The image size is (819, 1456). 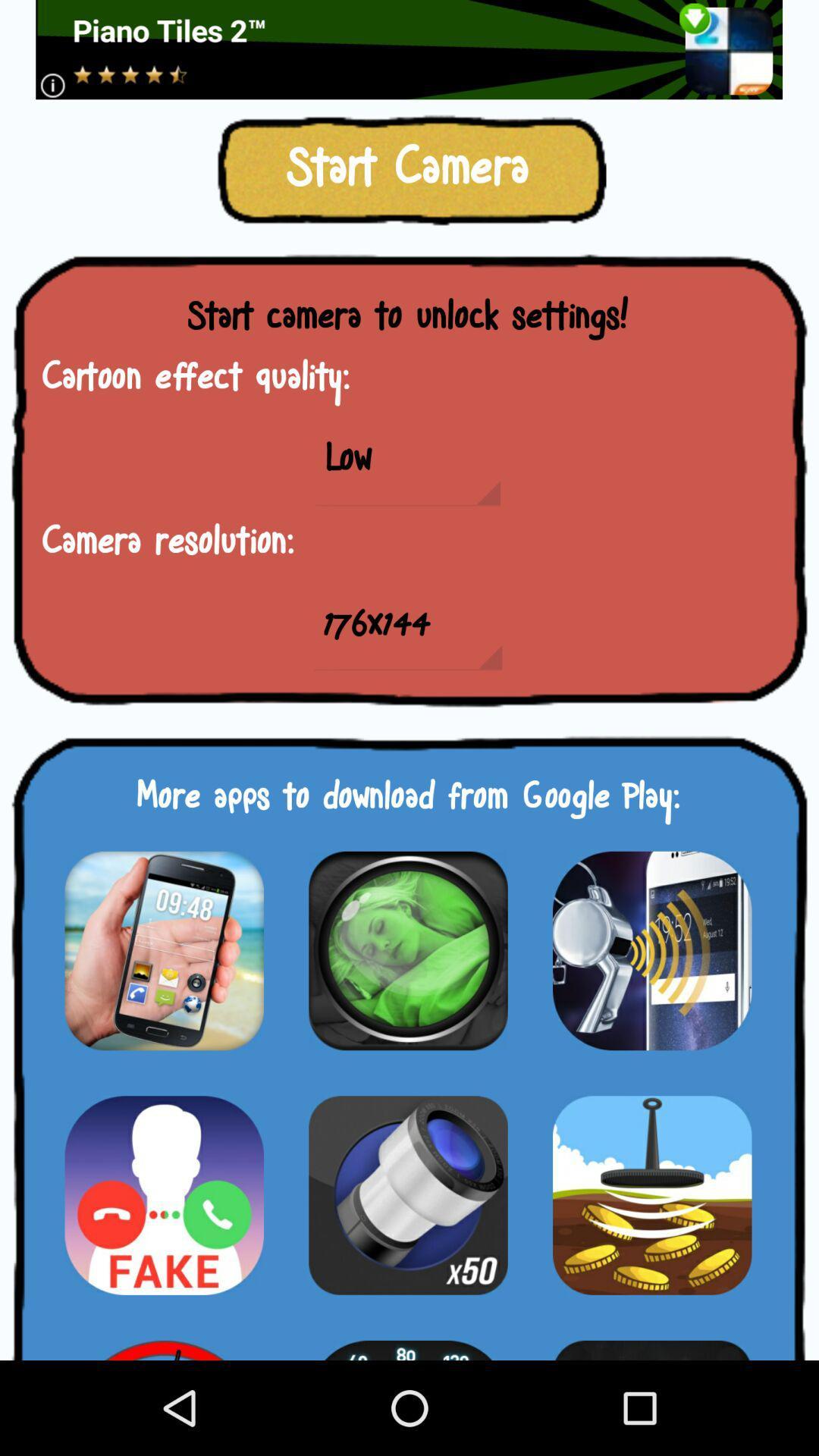 What do you see at coordinates (164, 1194) in the screenshot?
I see `the caution option` at bounding box center [164, 1194].